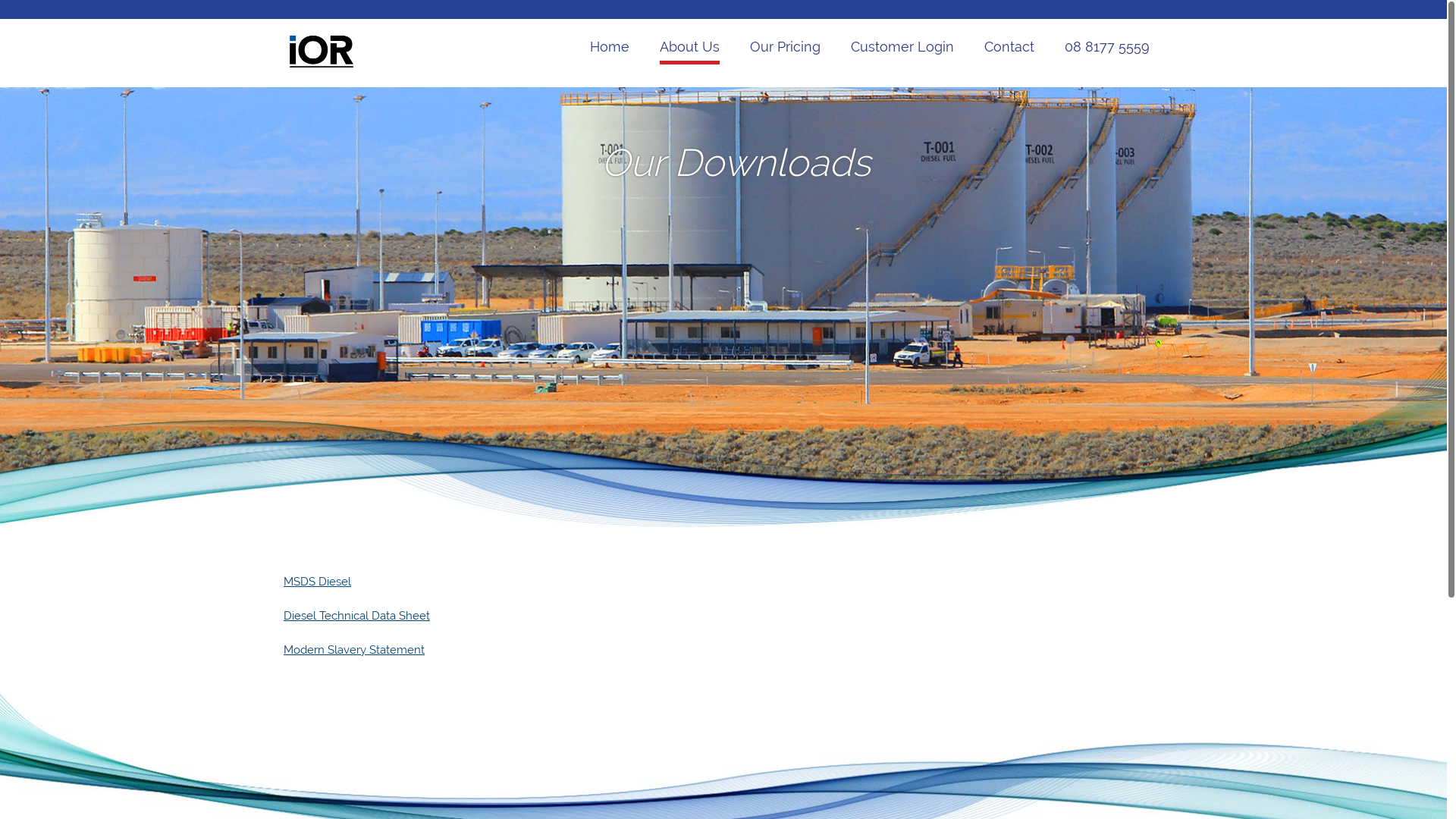 The image size is (1456, 819). What do you see at coordinates (316, 581) in the screenshot?
I see `'MSDS Diesel'` at bounding box center [316, 581].